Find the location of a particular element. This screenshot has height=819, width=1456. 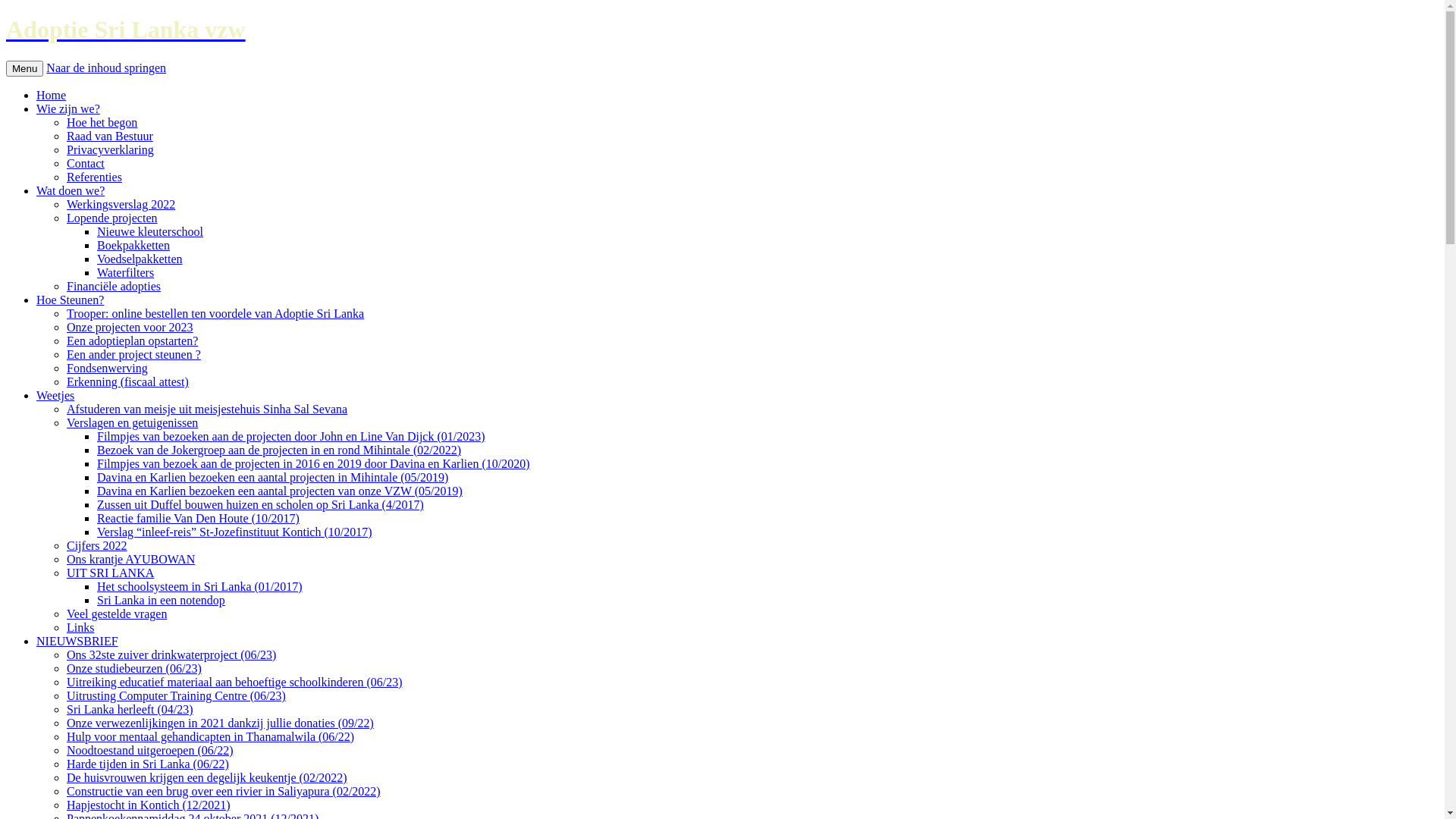

'Fondsenwerving' is located at coordinates (106, 368).